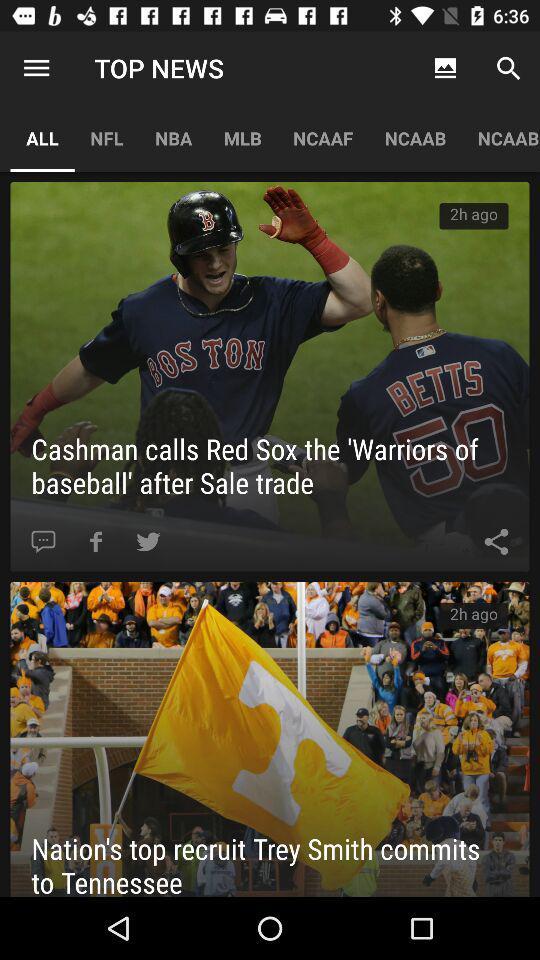 This screenshot has height=960, width=540. What do you see at coordinates (242, 137) in the screenshot?
I see `the mlb` at bounding box center [242, 137].